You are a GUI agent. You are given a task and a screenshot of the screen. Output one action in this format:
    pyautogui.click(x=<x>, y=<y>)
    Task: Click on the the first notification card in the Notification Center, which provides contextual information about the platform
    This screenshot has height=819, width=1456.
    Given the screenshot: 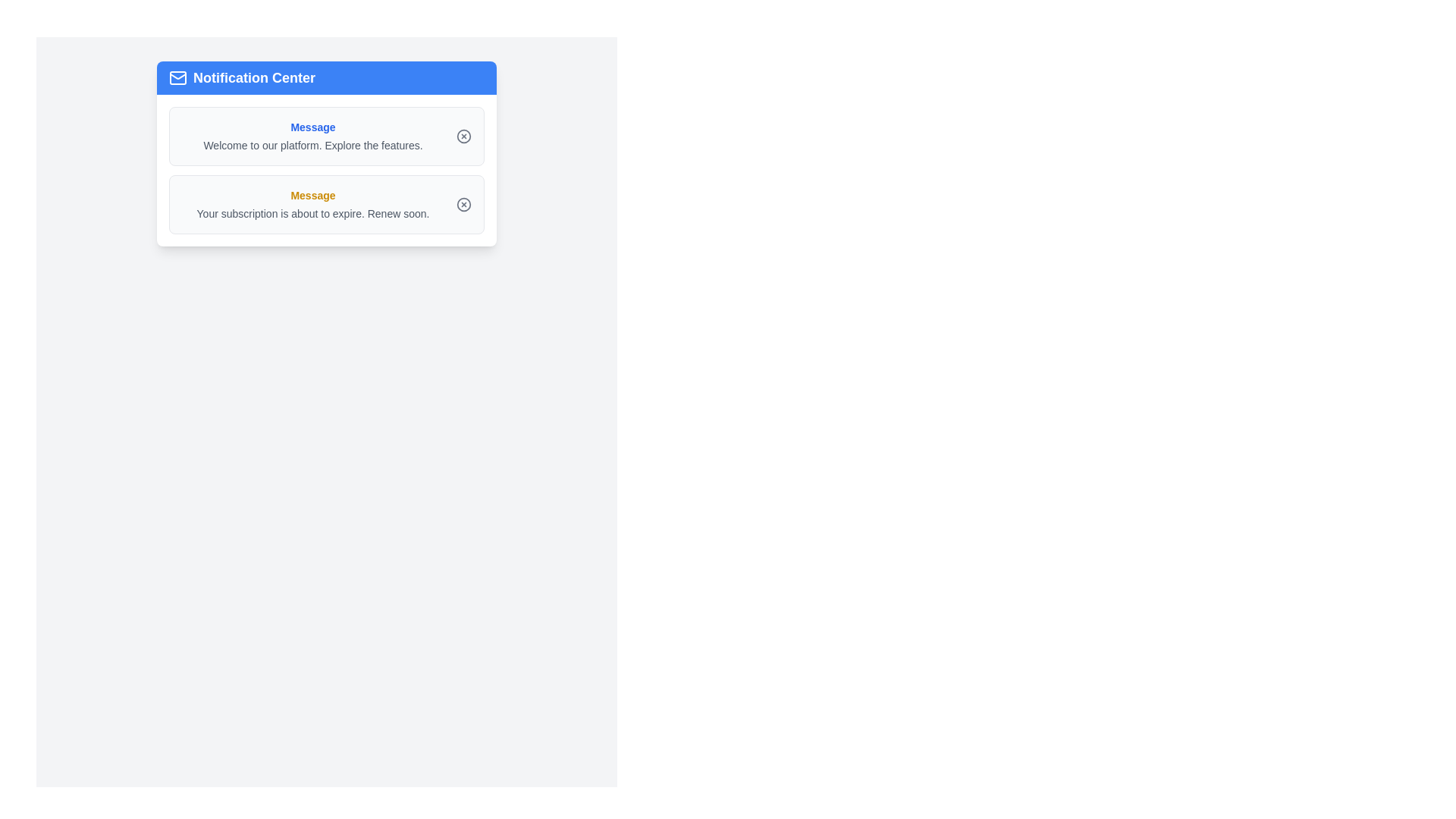 What is the action you would take?
    pyautogui.click(x=312, y=136)
    